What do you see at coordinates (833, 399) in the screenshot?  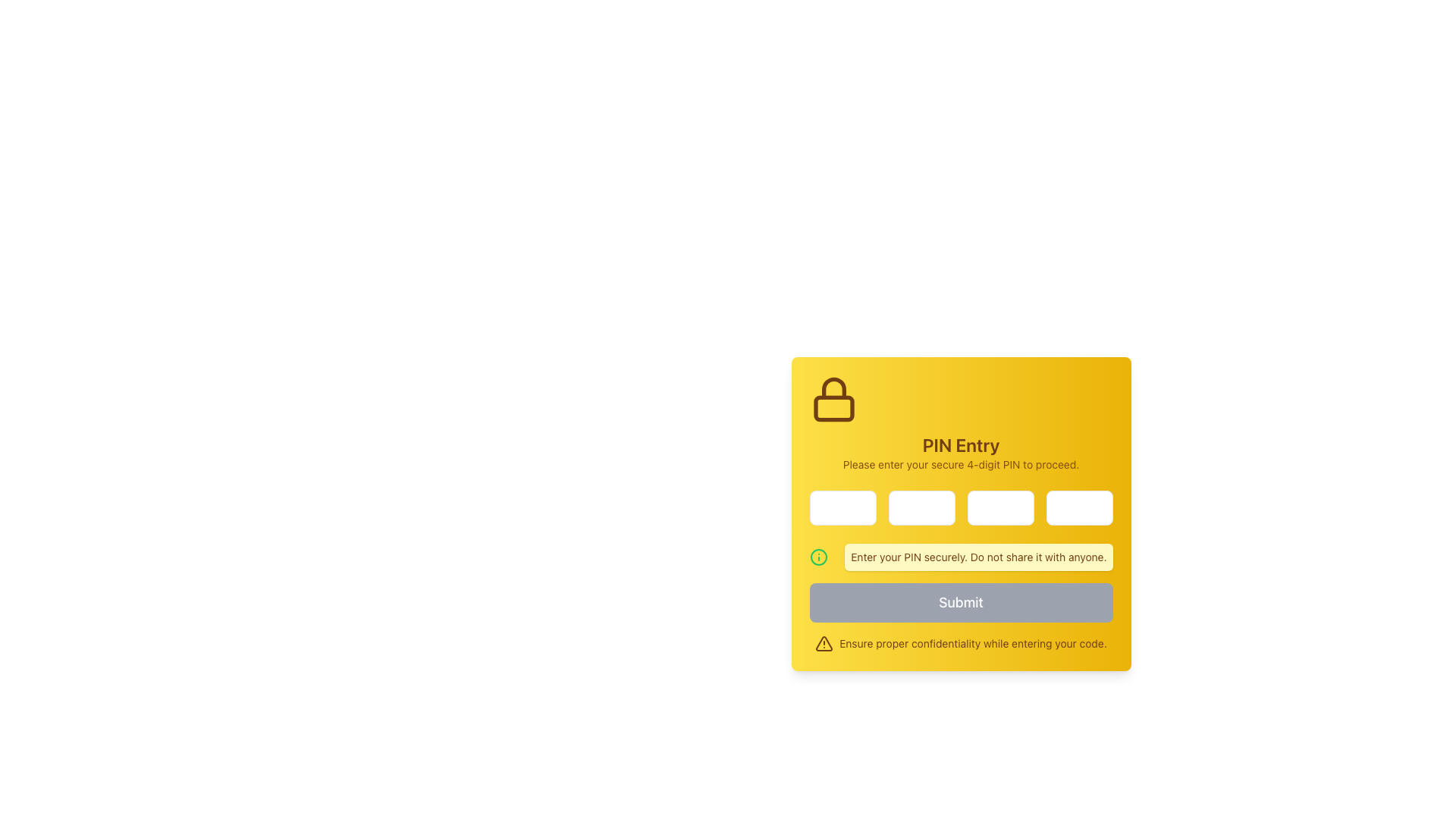 I see `the decorative lock icon located in the top-left corner of the yellow card in the PIN entry section, which is positioned above the 'PIN Entry' text` at bounding box center [833, 399].